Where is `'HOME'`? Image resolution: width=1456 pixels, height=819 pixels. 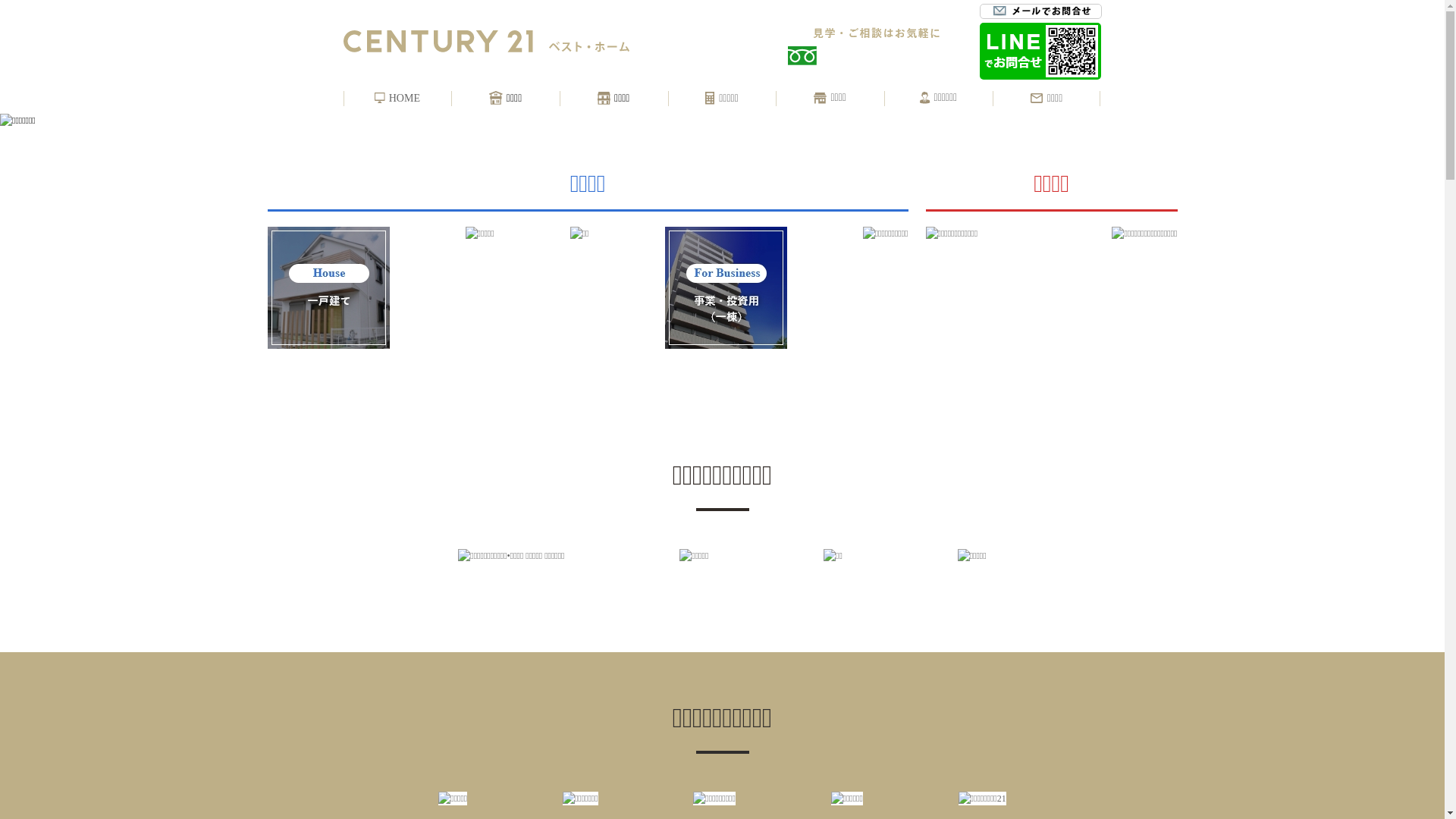 'HOME' is located at coordinates (375, 99).